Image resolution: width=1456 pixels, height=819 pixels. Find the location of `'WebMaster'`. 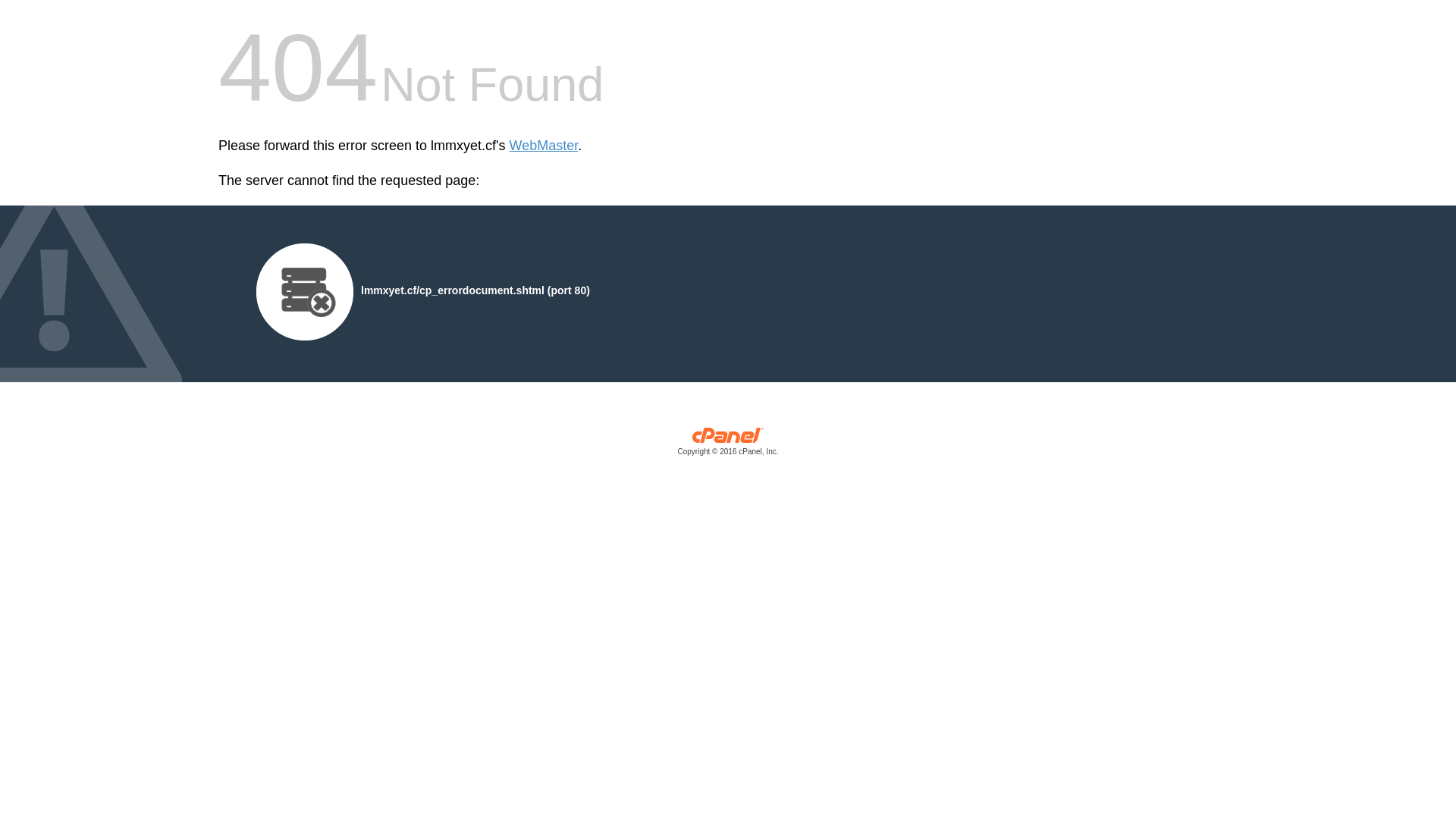

'WebMaster' is located at coordinates (544, 146).